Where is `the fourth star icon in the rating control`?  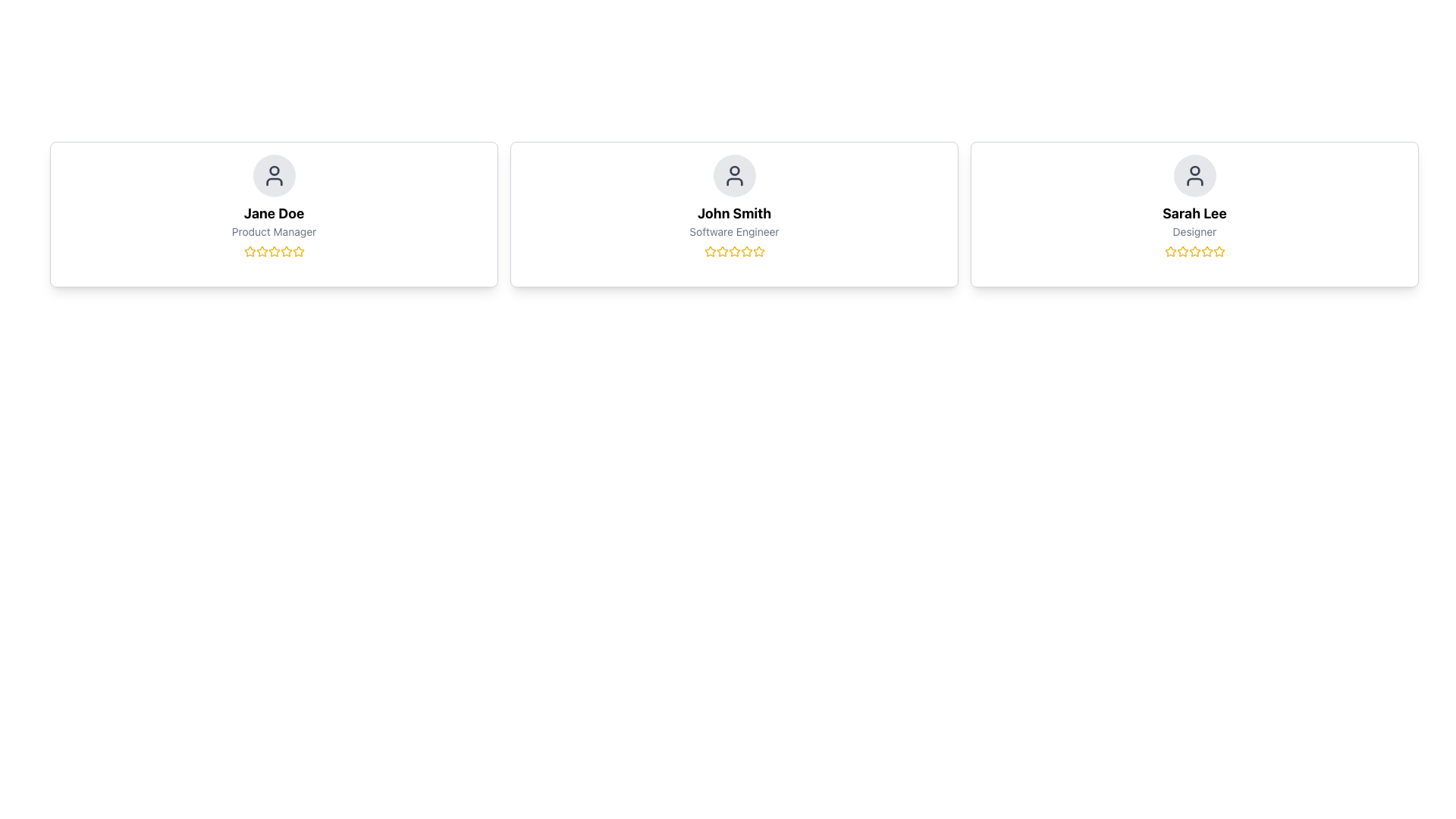 the fourth star icon in the rating control is located at coordinates (274, 250).